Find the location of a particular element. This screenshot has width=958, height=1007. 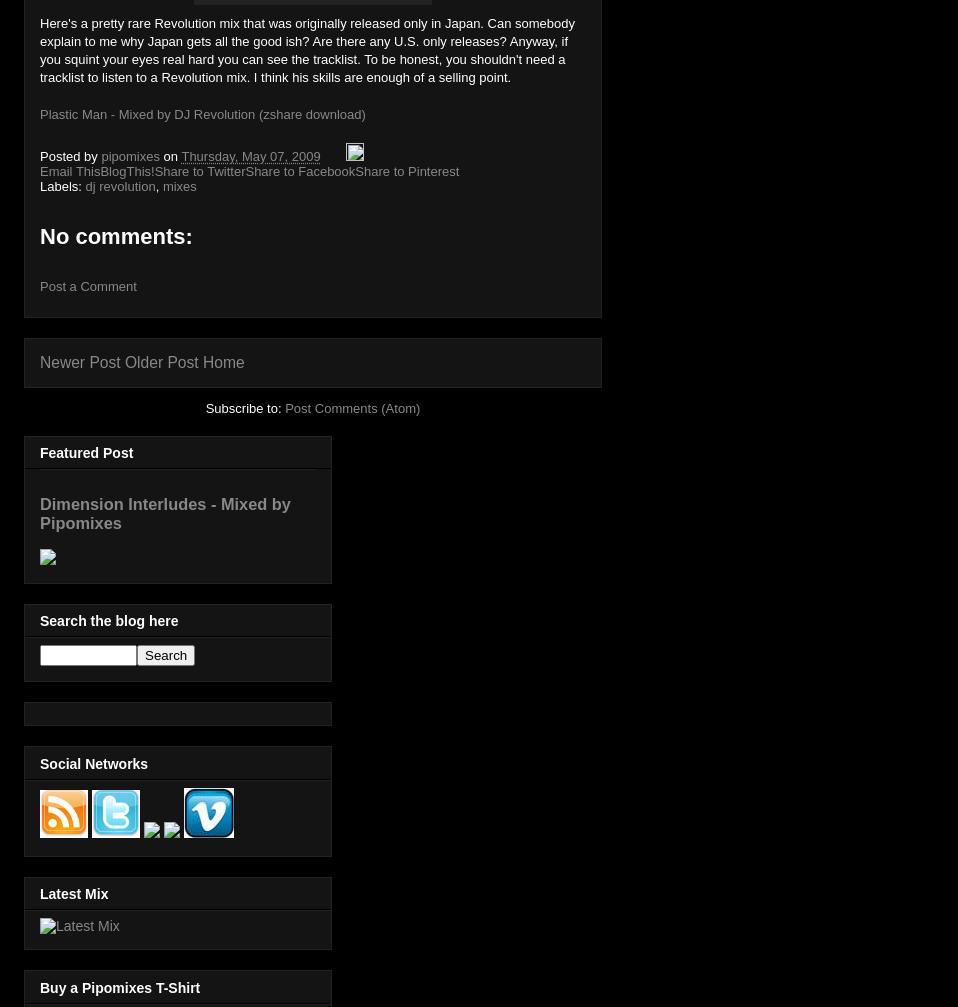

'Labels:' is located at coordinates (61, 186).